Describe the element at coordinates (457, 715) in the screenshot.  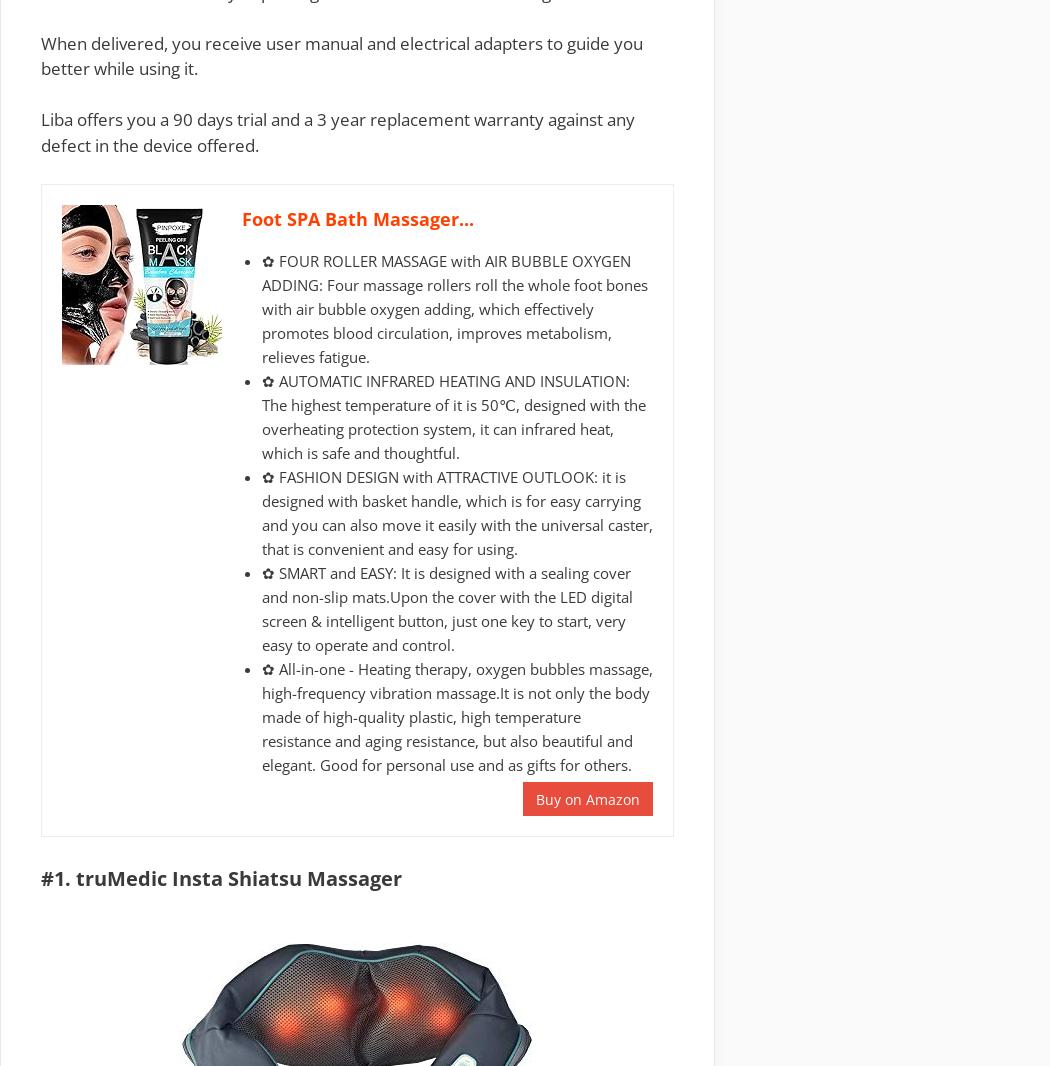
I see `'✿ All-in-one - Heating therapy, oxygen bubbles massage, high-frequency vibration massage.It is not only the body made of high-quality plastic, high temperature resistance and aging resistance, but also beautiful and elegant. Good for personal use and as gifts for others.'` at that location.